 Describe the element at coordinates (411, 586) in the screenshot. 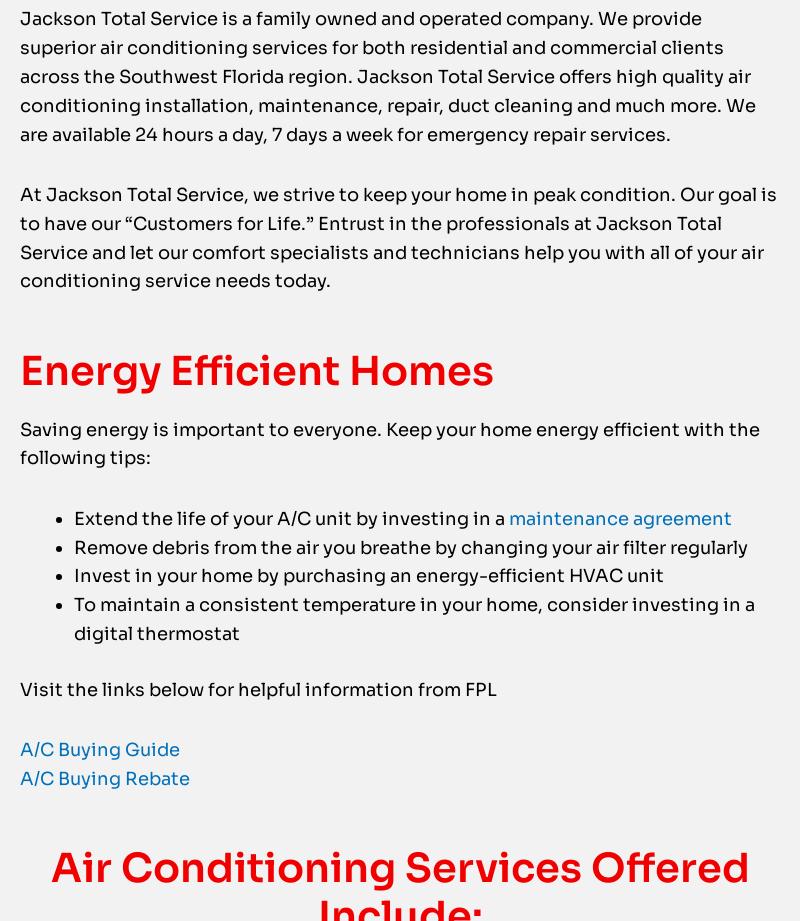

I see `'Remove debris from the air you breathe by changing your air filter regularly'` at that location.